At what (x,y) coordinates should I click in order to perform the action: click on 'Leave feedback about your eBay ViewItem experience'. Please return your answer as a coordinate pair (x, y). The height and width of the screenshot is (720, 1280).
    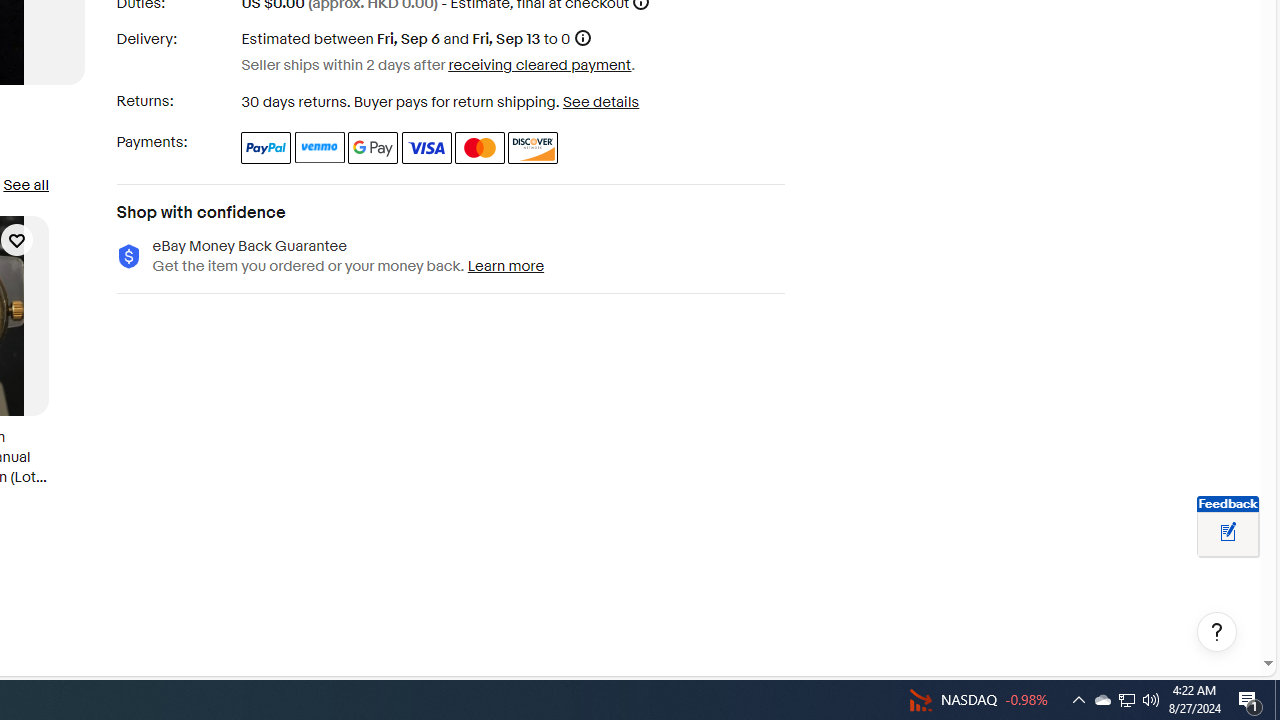
    Looking at the image, I should click on (1227, 532).